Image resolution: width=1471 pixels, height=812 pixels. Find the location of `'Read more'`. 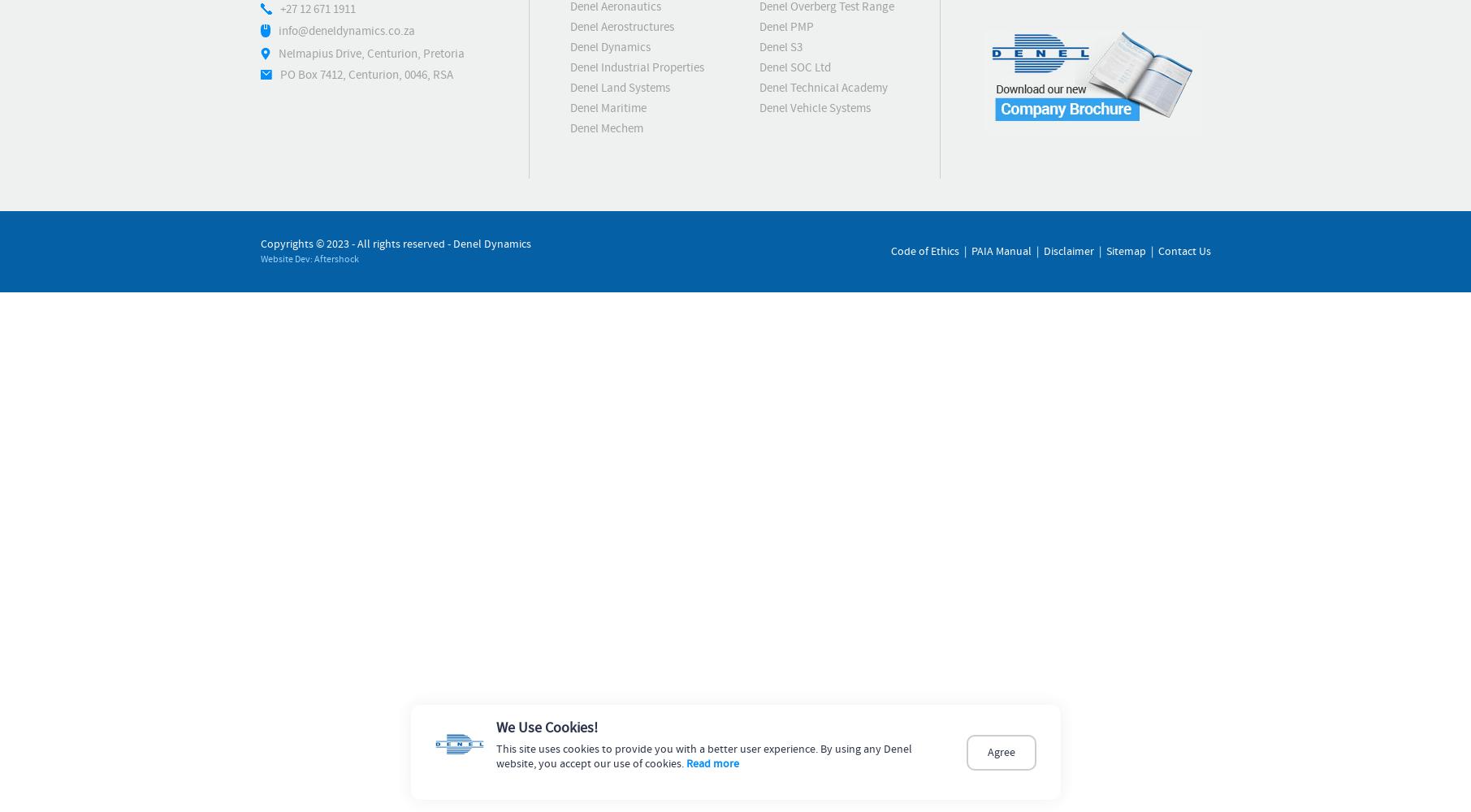

'Read more' is located at coordinates (712, 763).